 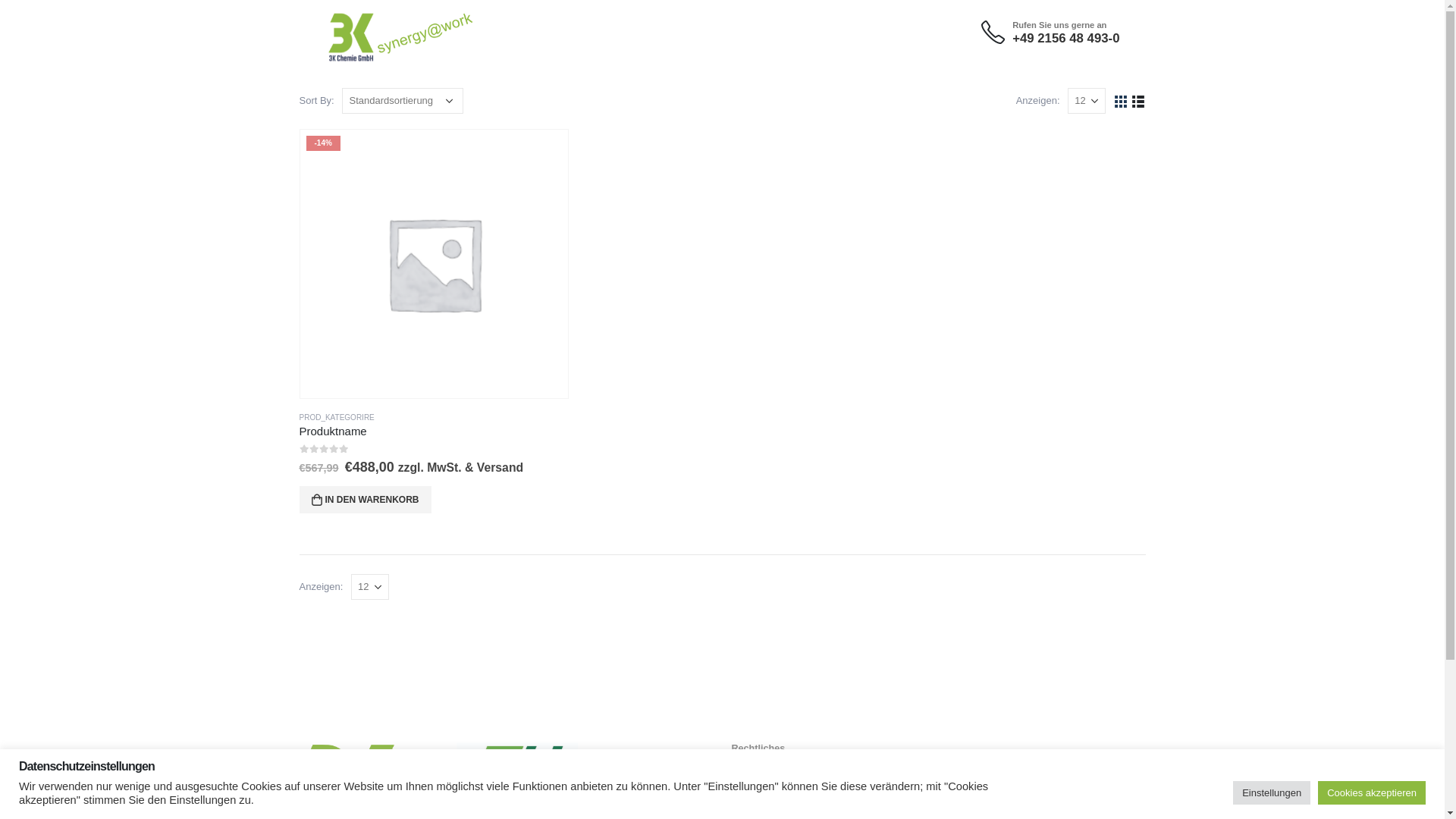 What do you see at coordinates (372, 25) in the screenshot?
I see `'3K Chemie GmbH - Kompetenz in Klebstoff & Tapes'` at bounding box center [372, 25].